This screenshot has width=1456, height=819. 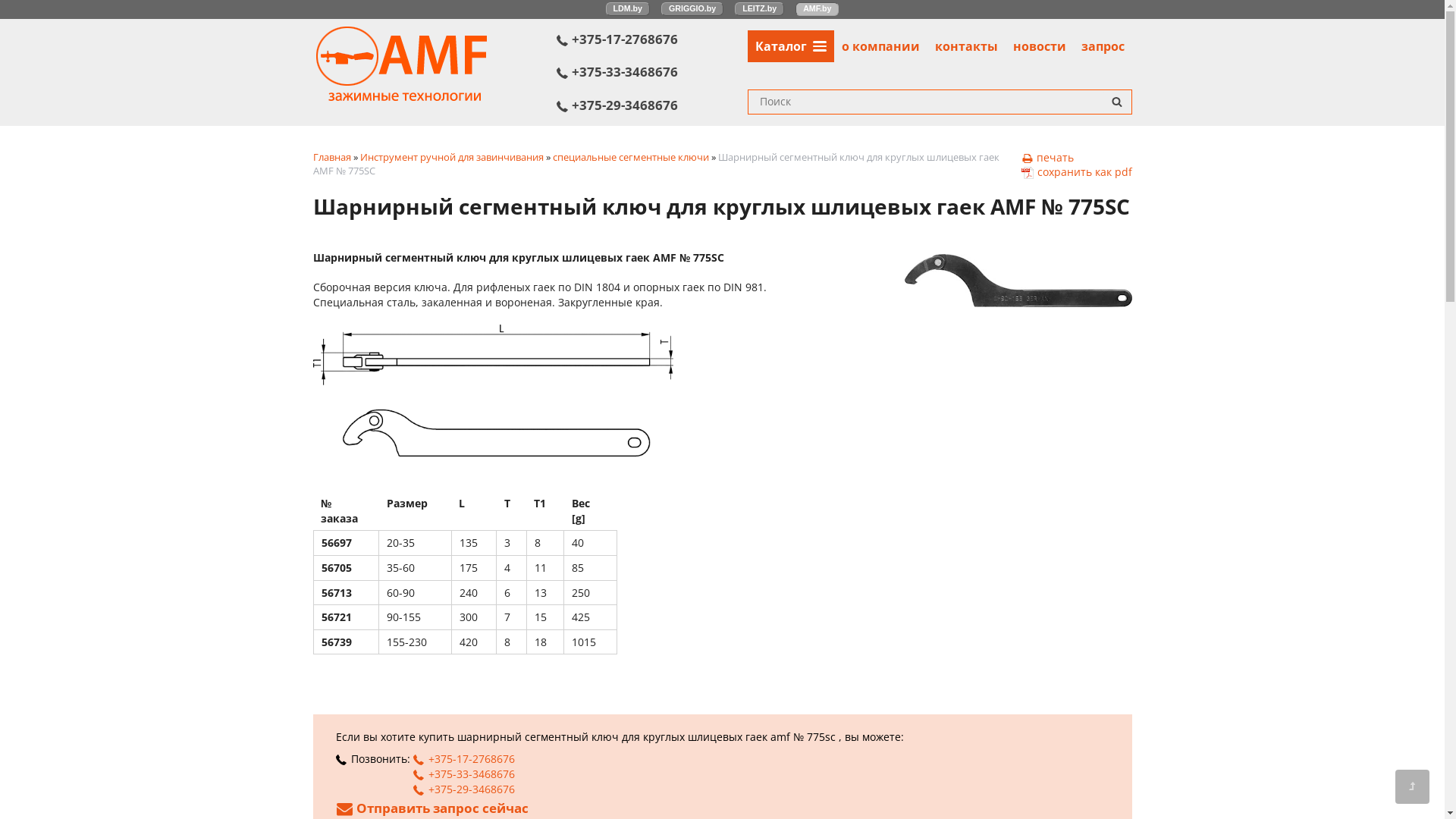 I want to click on '+375-29-3468676', so click(x=462, y=788).